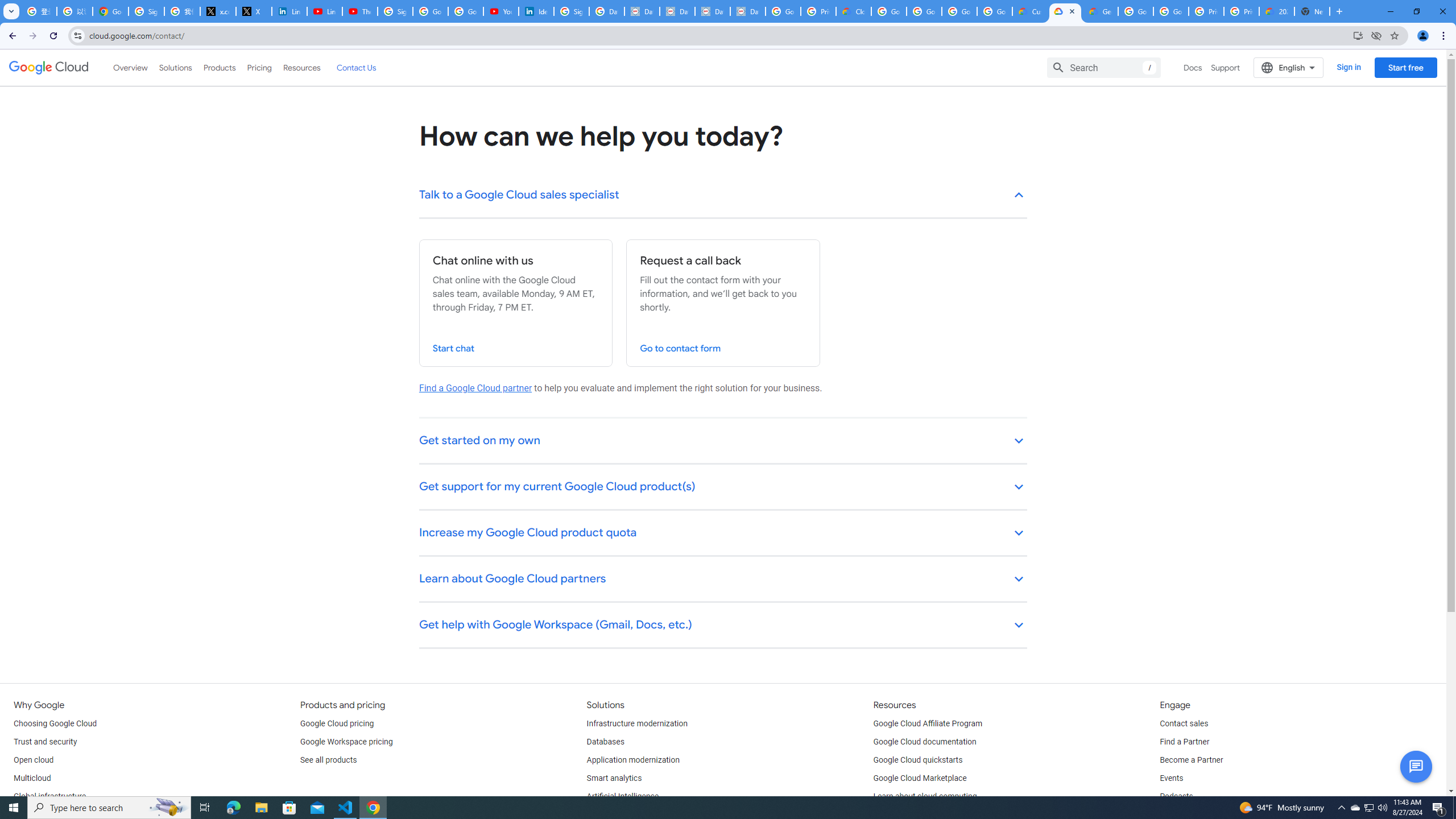 The width and height of the screenshot is (1456, 819). What do you see at coordinates (925, 741) in the screenshot?
I see `'Google Cloud documentation'` at bounding box center [925, 741].